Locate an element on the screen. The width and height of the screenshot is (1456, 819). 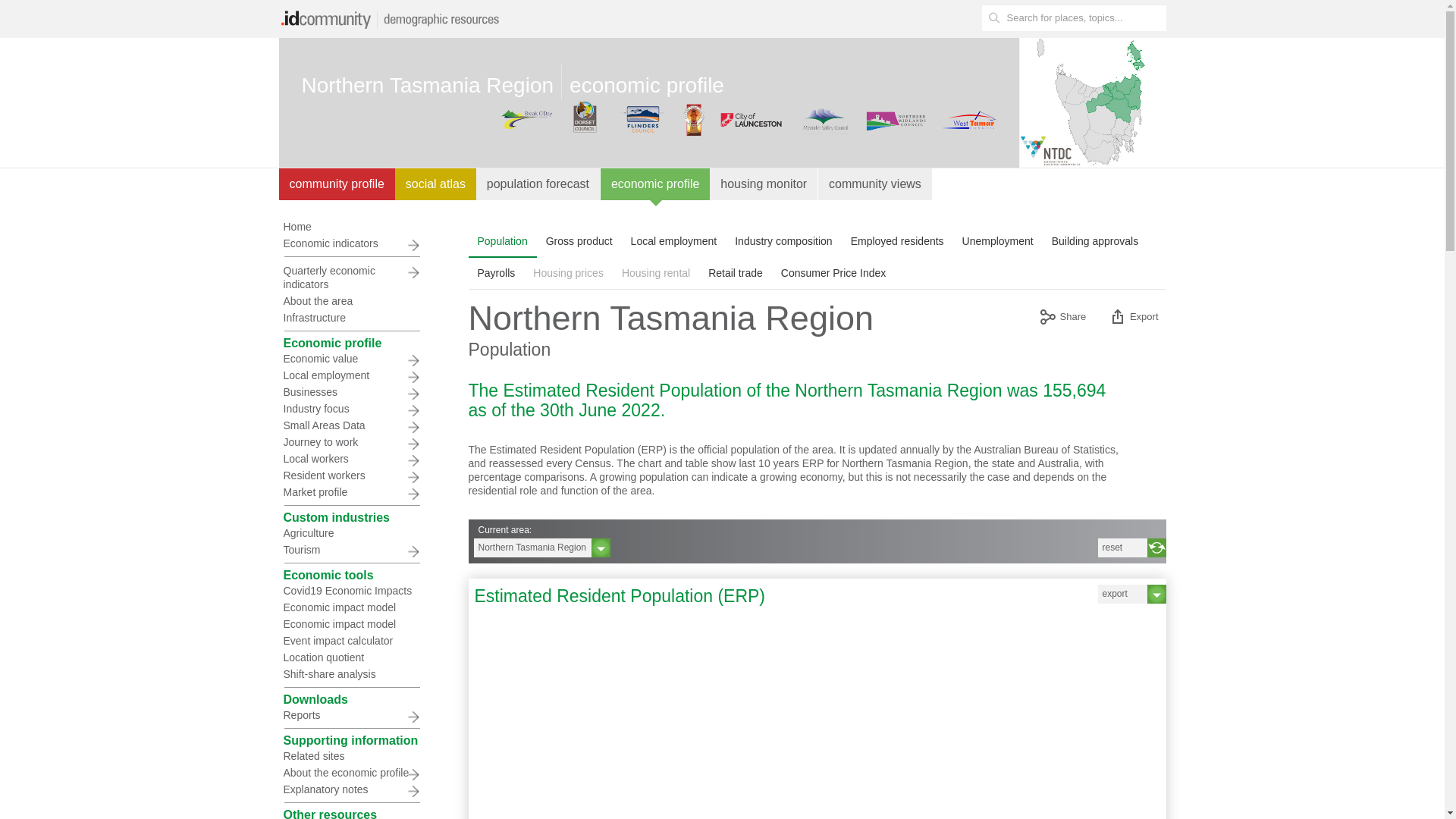
'Local workers is located at coordinates (350, 458).